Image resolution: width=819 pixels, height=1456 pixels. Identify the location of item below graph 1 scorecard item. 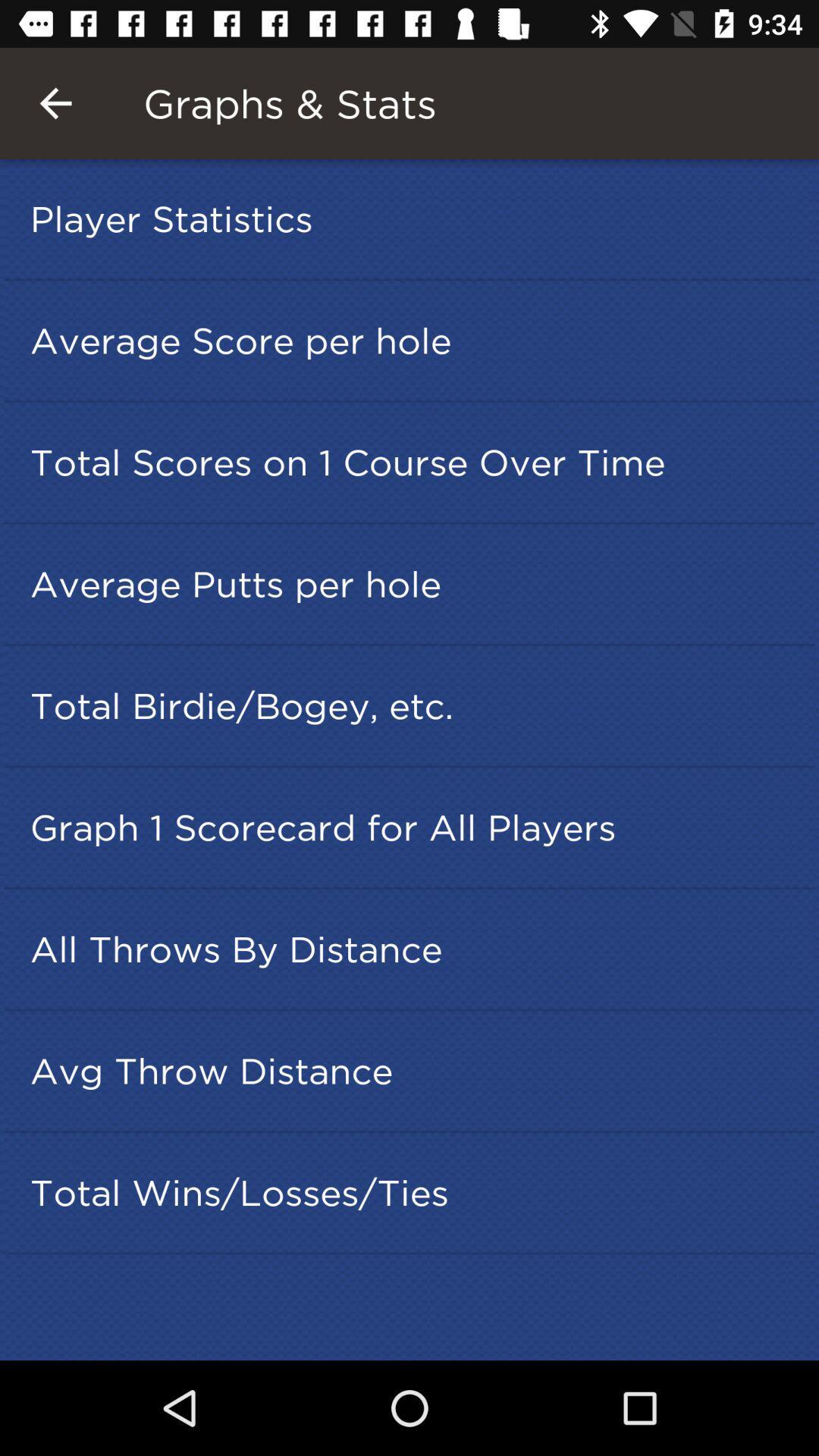
(414, 948).